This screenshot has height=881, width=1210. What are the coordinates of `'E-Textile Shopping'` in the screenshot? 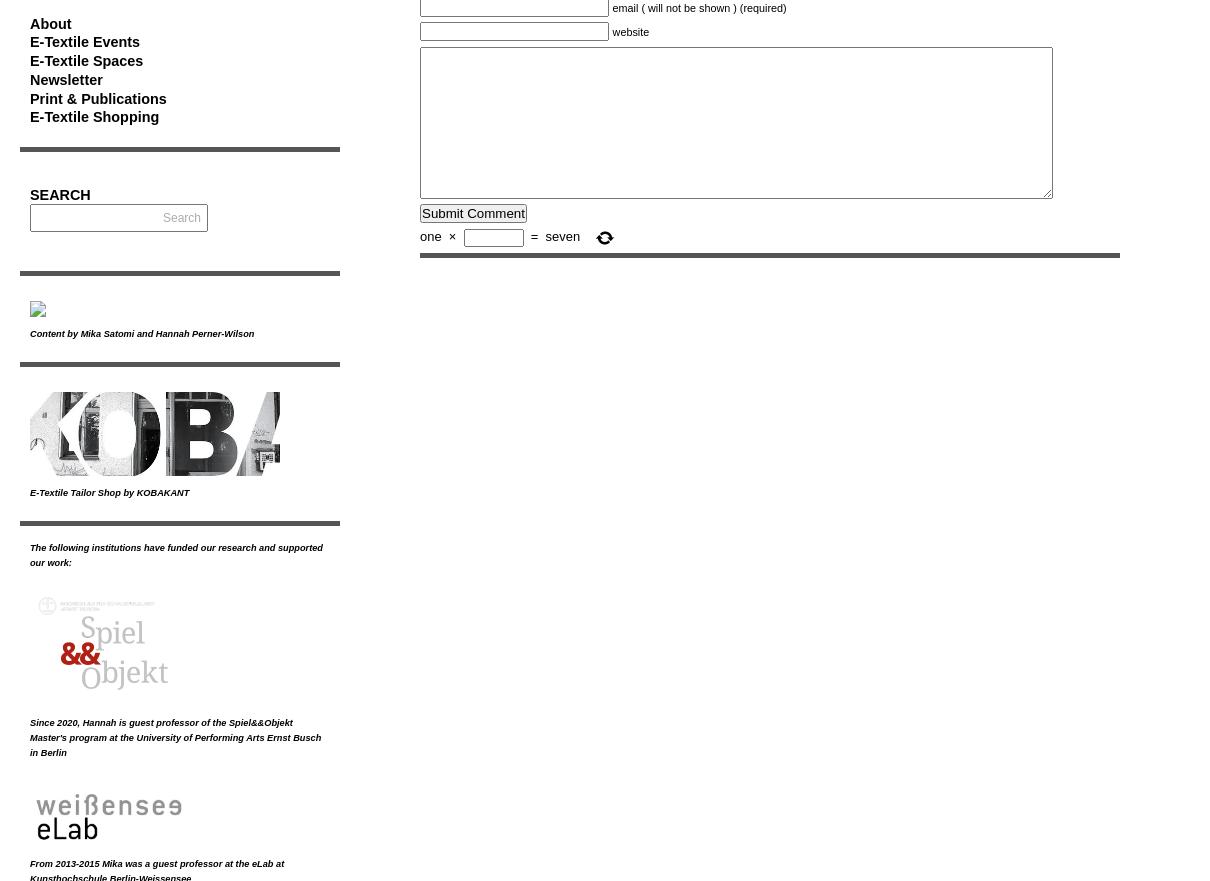 It's located at (29, 116).